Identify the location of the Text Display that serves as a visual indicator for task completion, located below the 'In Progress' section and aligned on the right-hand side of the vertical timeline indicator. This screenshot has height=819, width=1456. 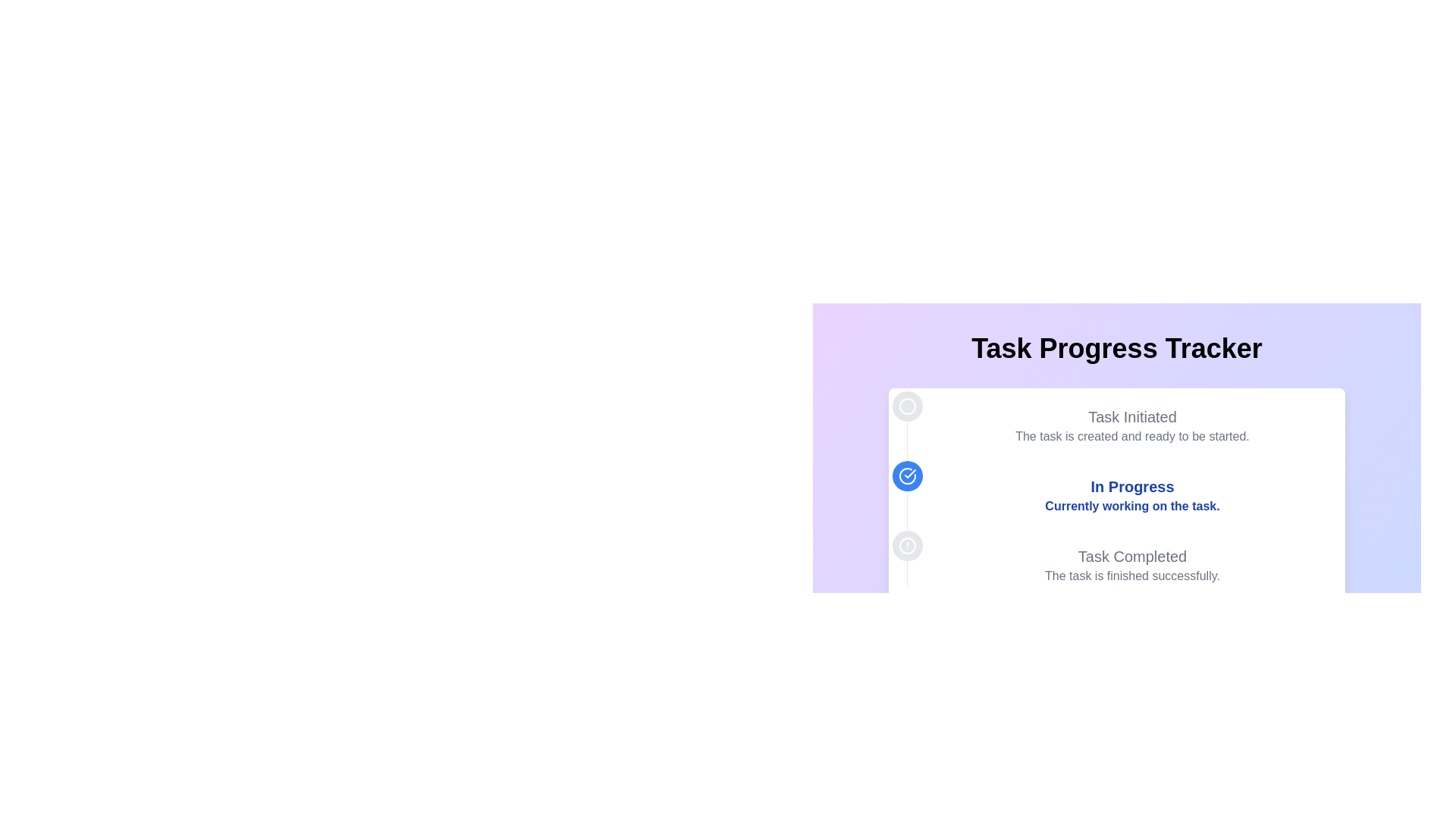
(1117, 565).